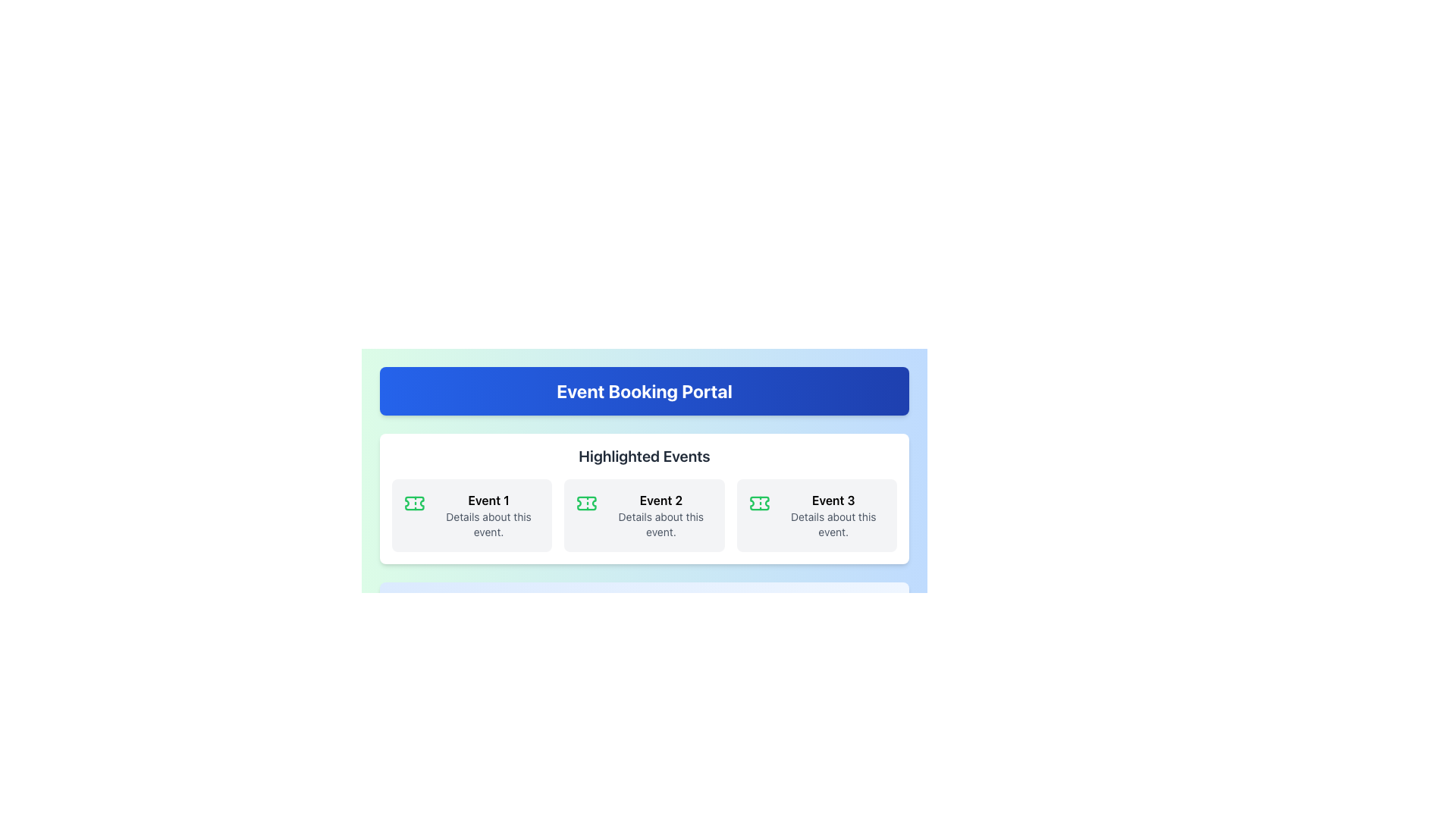  What do you see at coordinates (414, 503) in the screenshot?
I see `the decorative graphical part of the event ticket icon for 'Event 1' located in the highlighted events row` at bounding box center [414, 503].